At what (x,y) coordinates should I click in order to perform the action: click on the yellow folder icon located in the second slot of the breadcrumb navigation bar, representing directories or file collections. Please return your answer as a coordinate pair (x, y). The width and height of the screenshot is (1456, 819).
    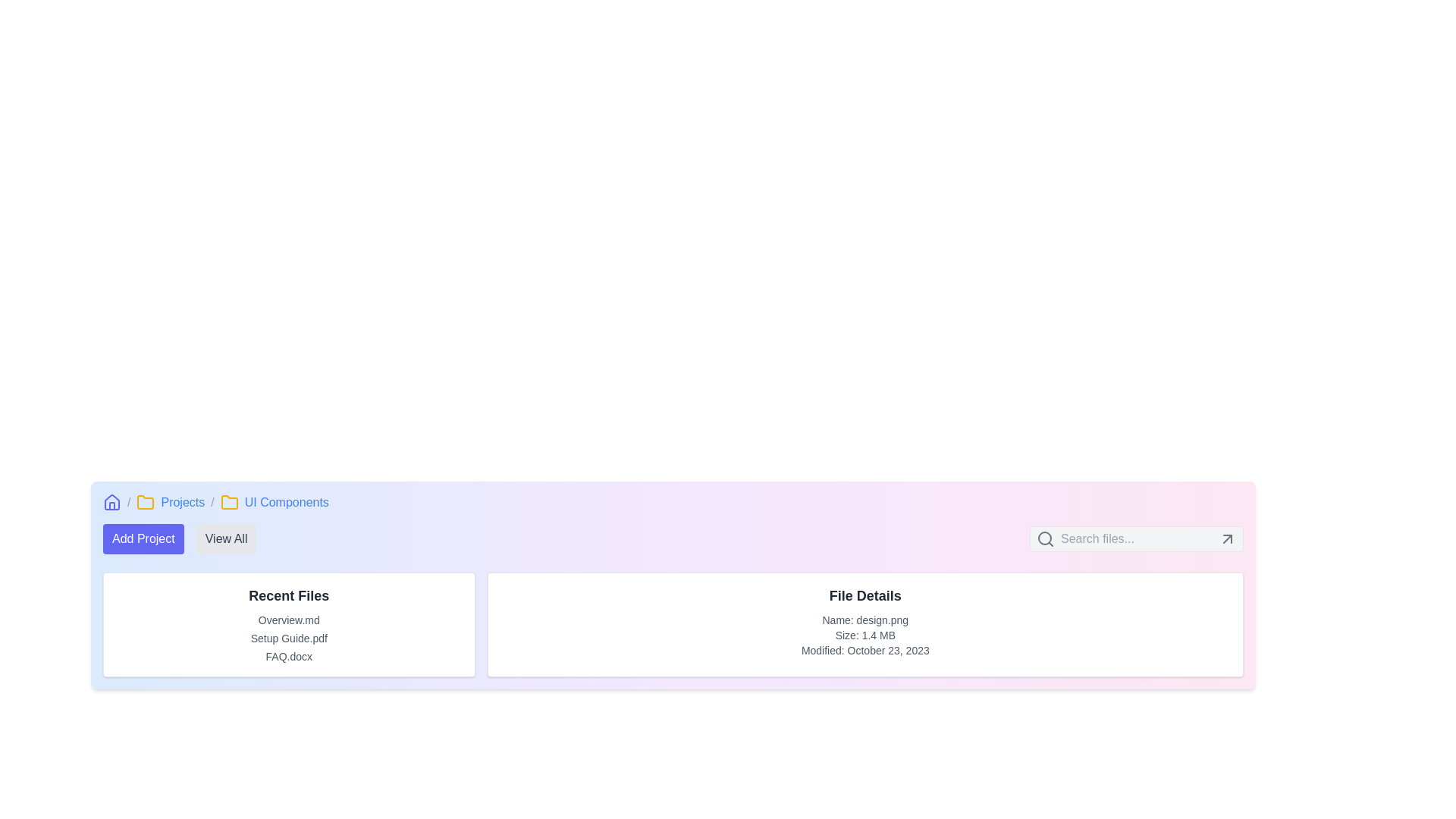
    Looking at the image, I should click on (228, 502).